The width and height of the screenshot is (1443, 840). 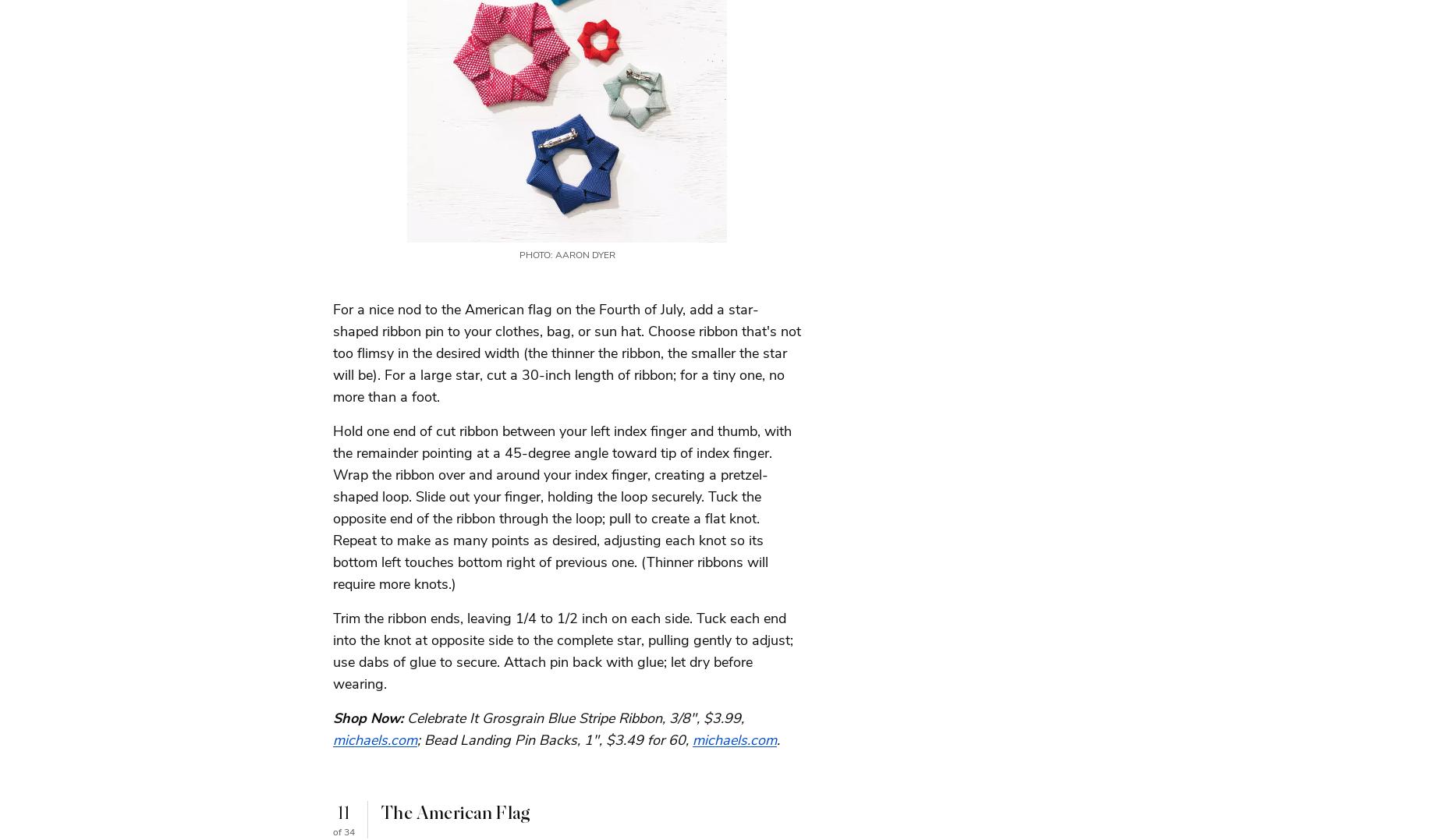 What do you see at coordinates (575, 716) in the screenshot?
I see `'Celebrate It Grosgrain Blue Stripe Ribbon, 3/8", $3.99,'` at bounding box center [575, 716].